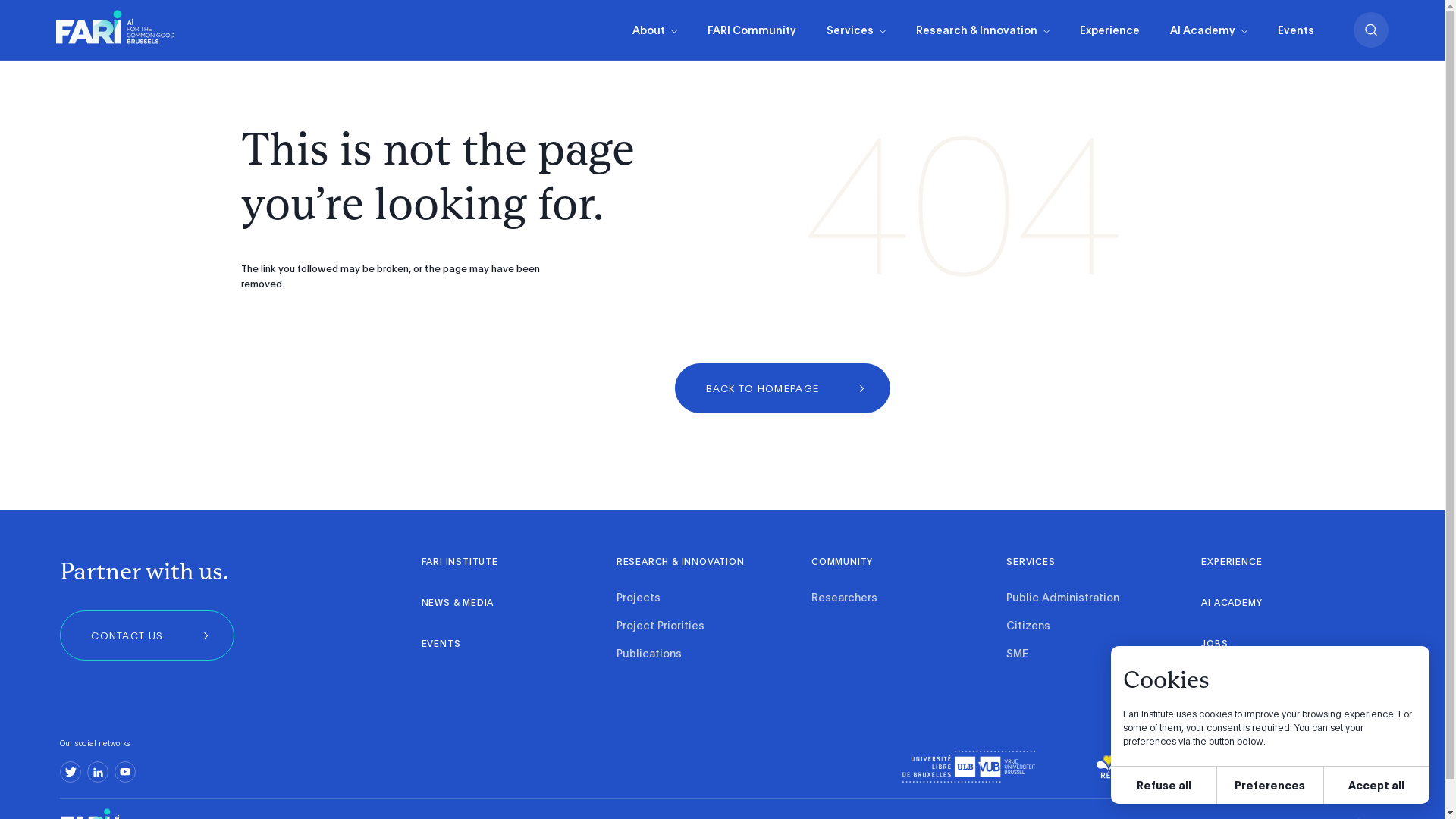 The height and width of the screenshot is (819, 1456). Describe the element at coordinates (1216, 785) in the screenshot. I see `'Preferences'` at that location.